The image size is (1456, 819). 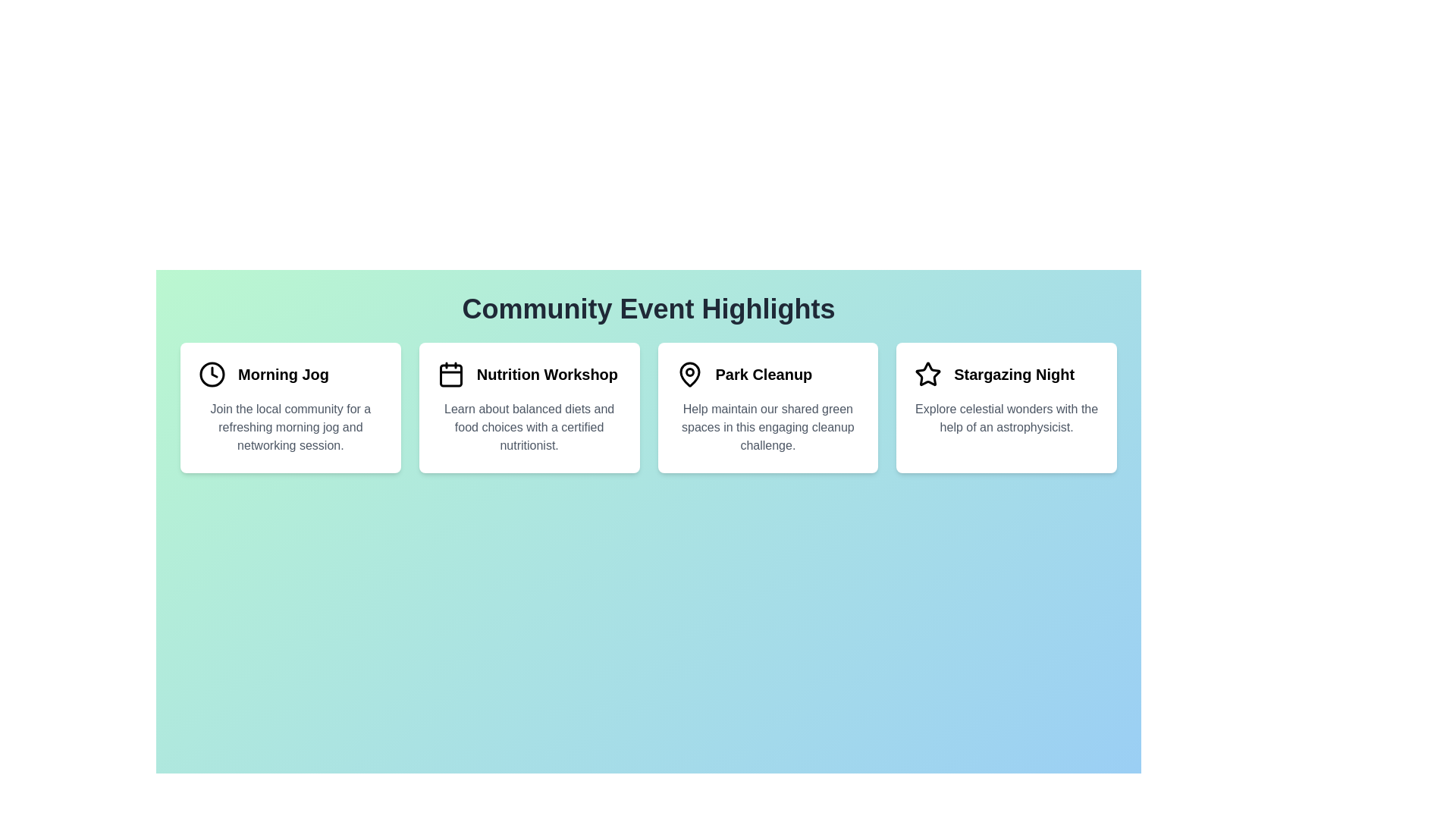 I want to click on text element titled 'Nutrition Workshop' which is centrally positioned in the second column of the layout, located beneath the header 'Community Event Highlights', so click(x=546, y=374).